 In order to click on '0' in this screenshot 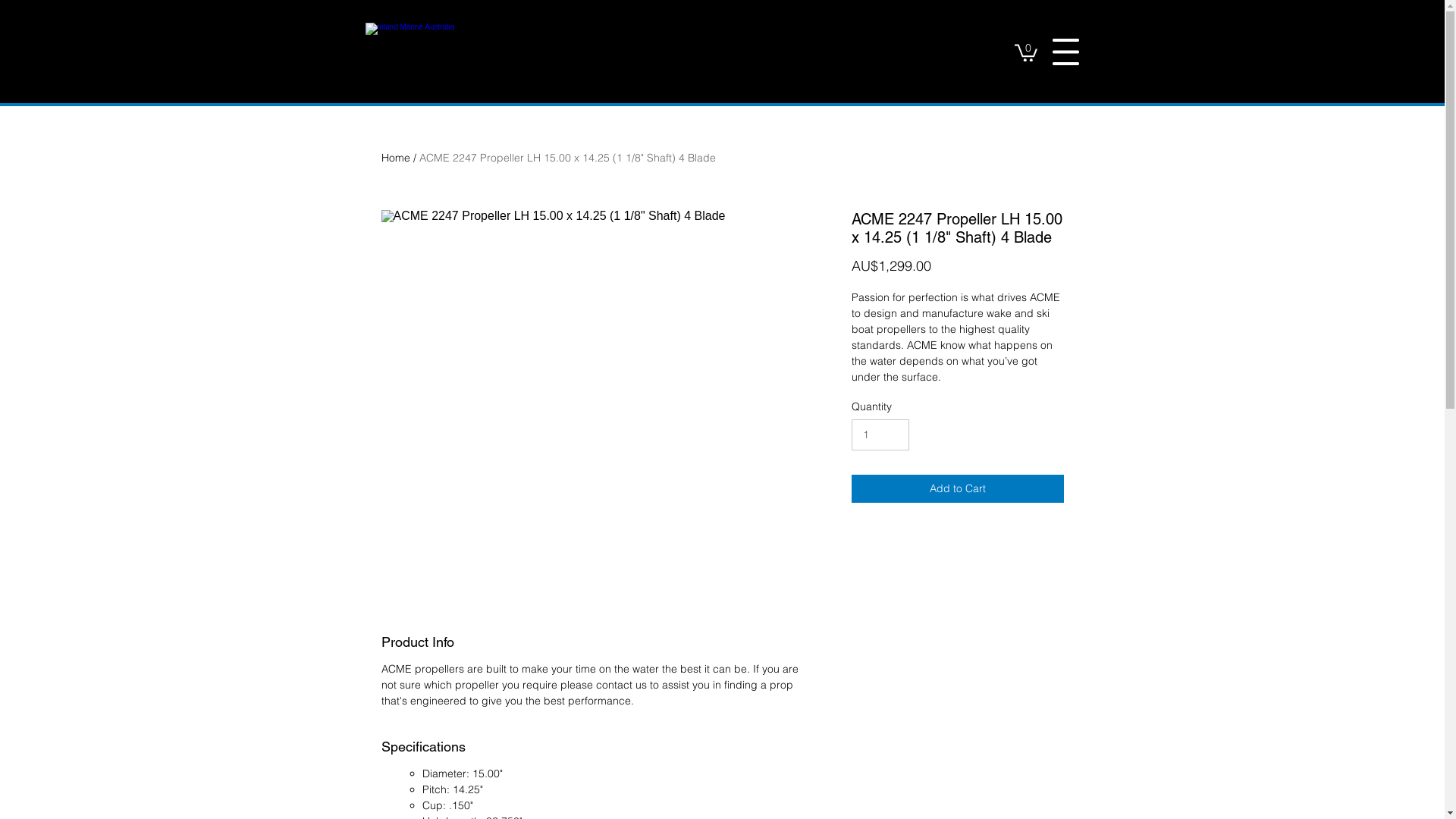, I will do `click(1026, 51)`.